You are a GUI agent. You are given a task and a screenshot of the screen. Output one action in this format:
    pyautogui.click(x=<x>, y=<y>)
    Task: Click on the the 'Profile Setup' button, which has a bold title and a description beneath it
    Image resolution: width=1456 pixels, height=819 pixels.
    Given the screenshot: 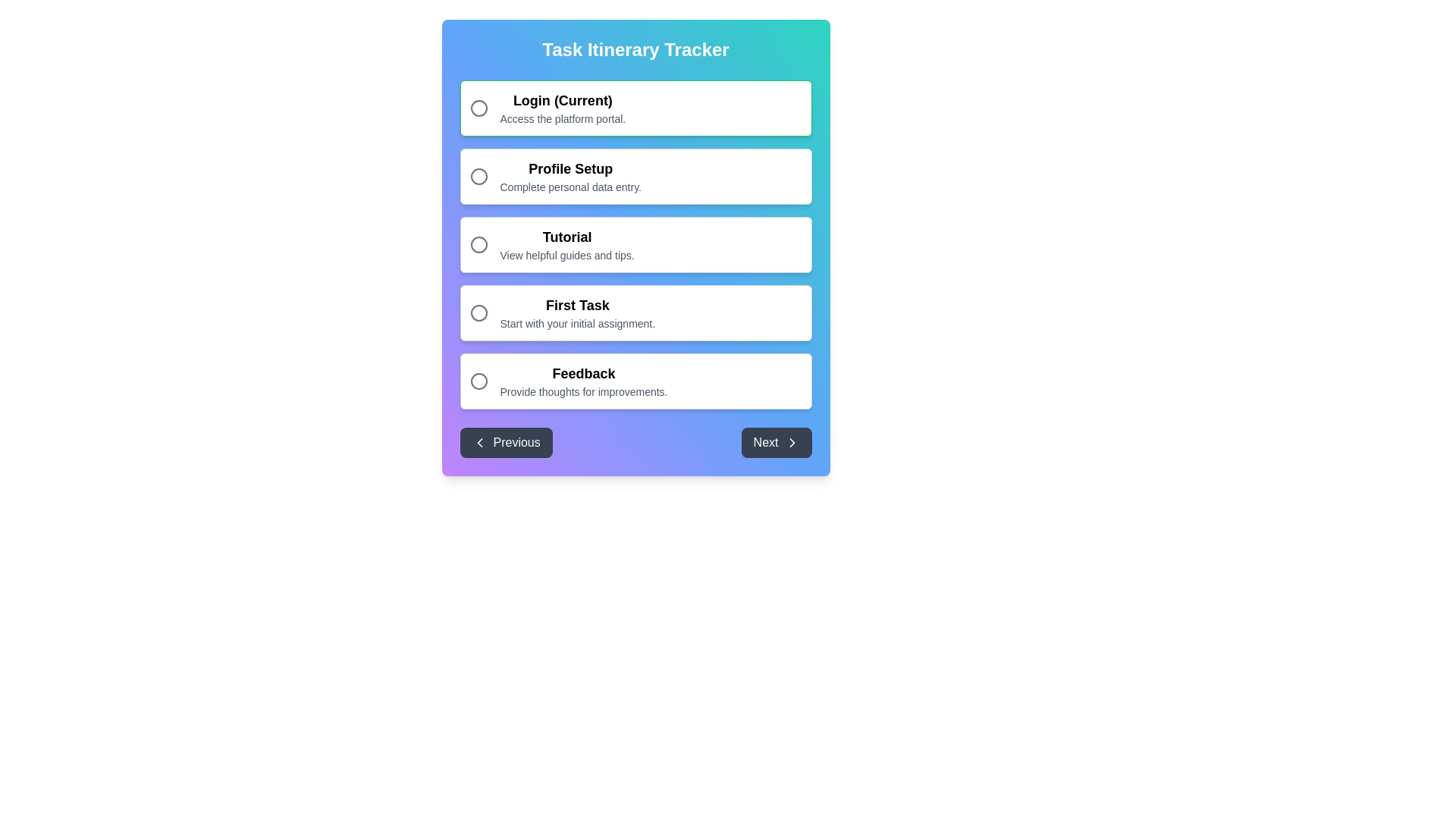 What is the action you would take?
    pyautogui.click(x=635, y=175)
    